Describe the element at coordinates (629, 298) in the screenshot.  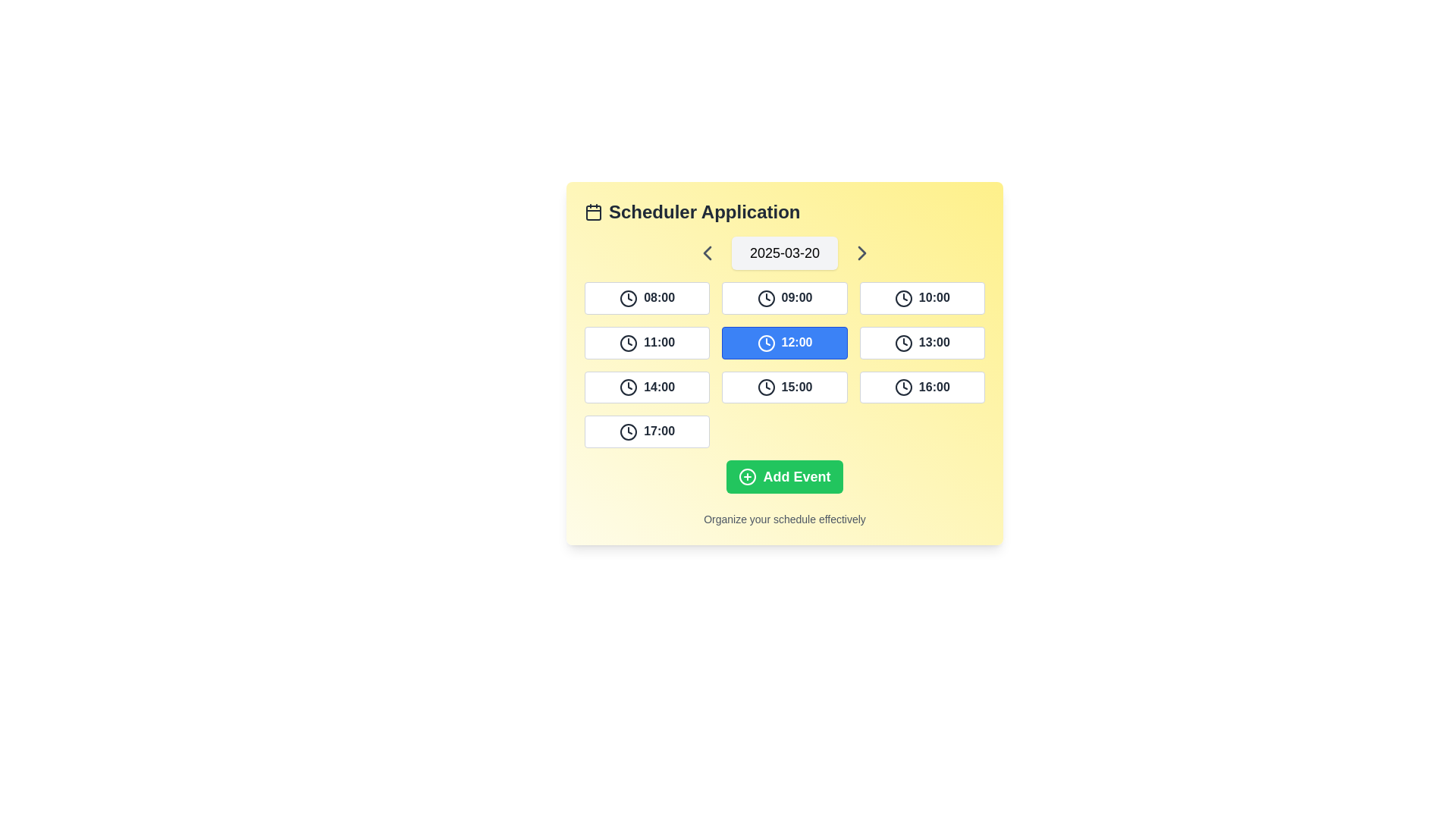
I see `the time indicated by the clock icon located to the left of the text '08:00' on the button in the Scheduler Application interface` at that location.